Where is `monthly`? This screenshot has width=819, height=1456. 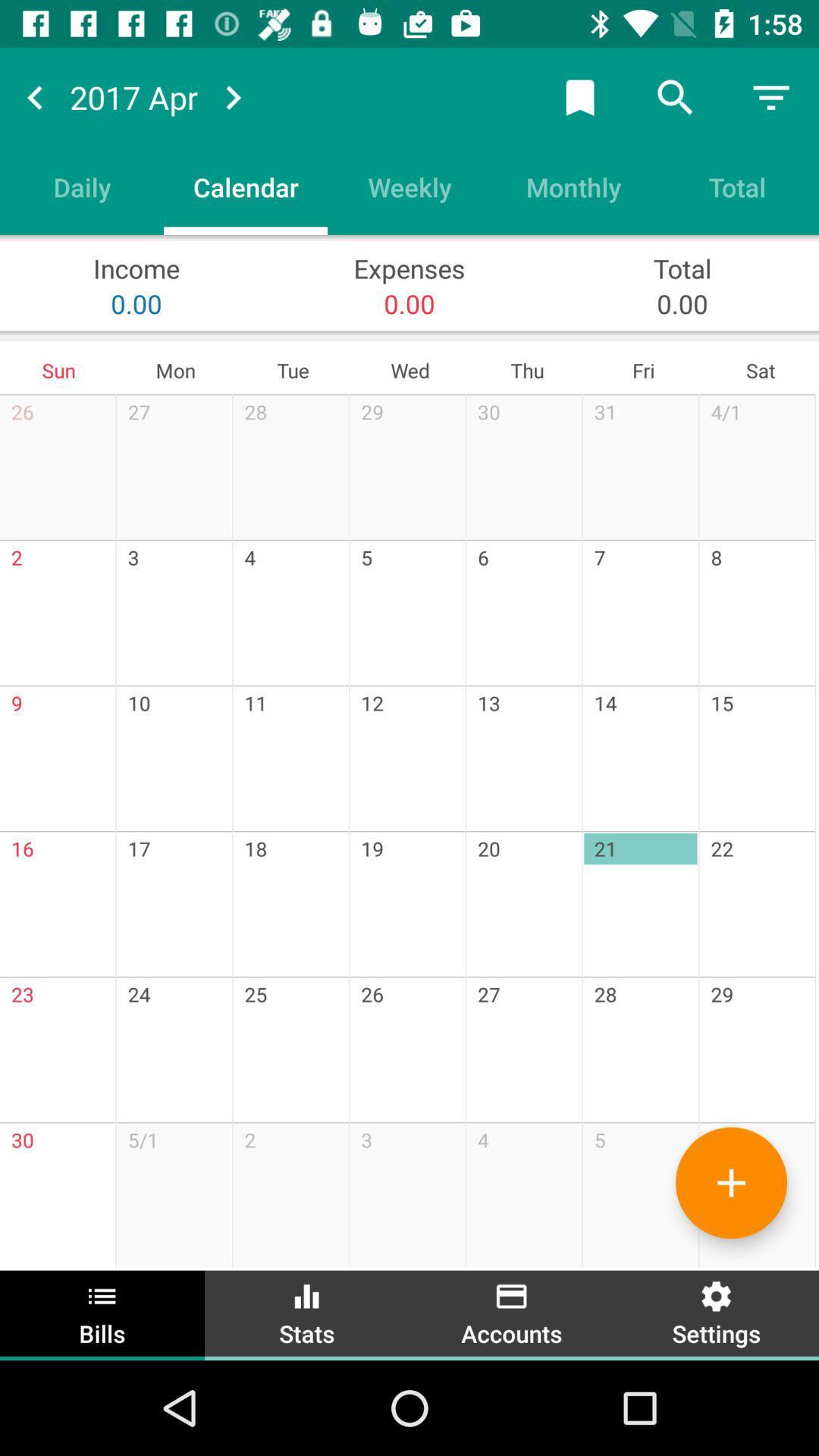
monthly is located at coordinates (573, 186).